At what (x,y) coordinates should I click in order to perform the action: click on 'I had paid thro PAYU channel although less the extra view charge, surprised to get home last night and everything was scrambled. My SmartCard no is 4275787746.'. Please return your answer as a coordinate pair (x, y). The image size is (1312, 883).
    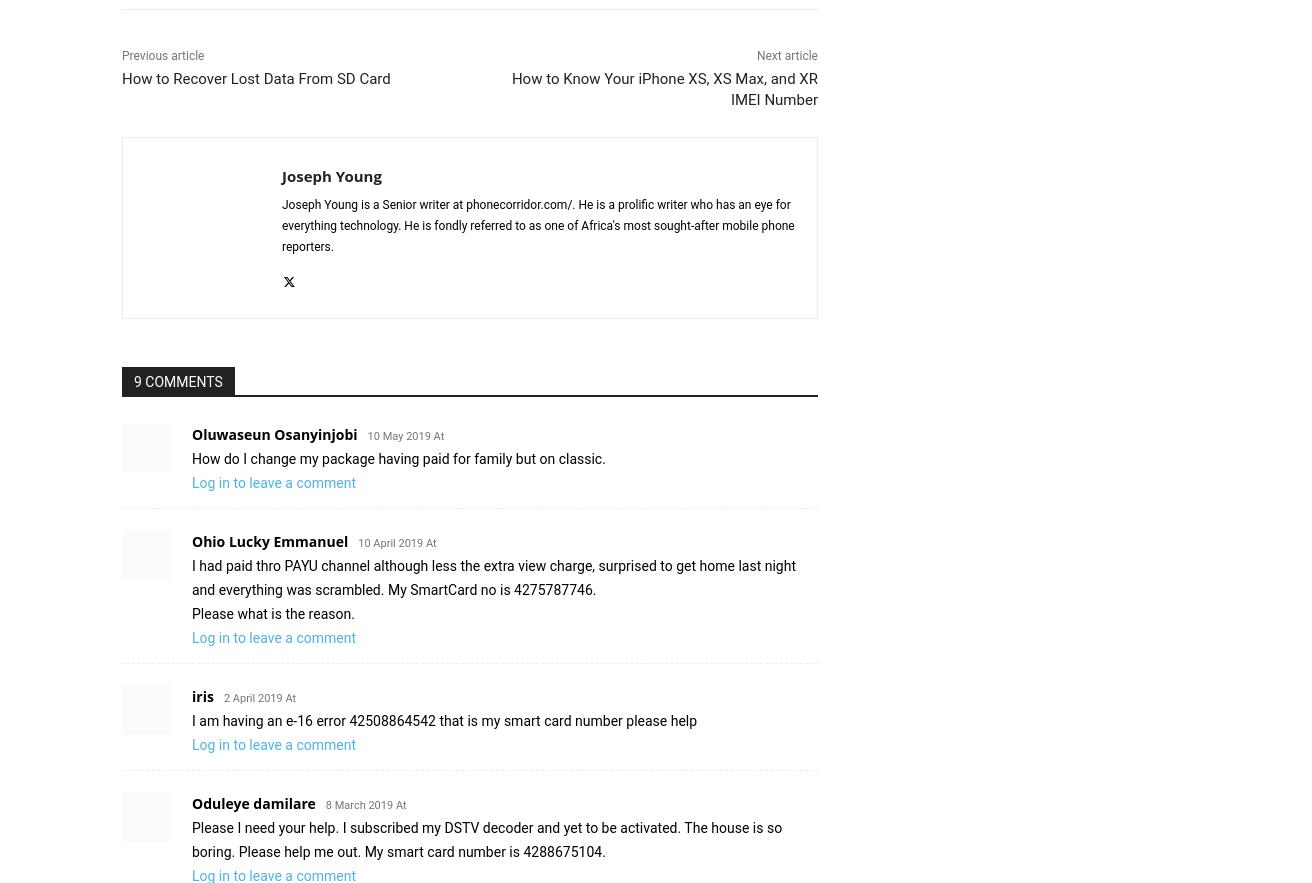
    Looking at the image, I should click on (492, 577).